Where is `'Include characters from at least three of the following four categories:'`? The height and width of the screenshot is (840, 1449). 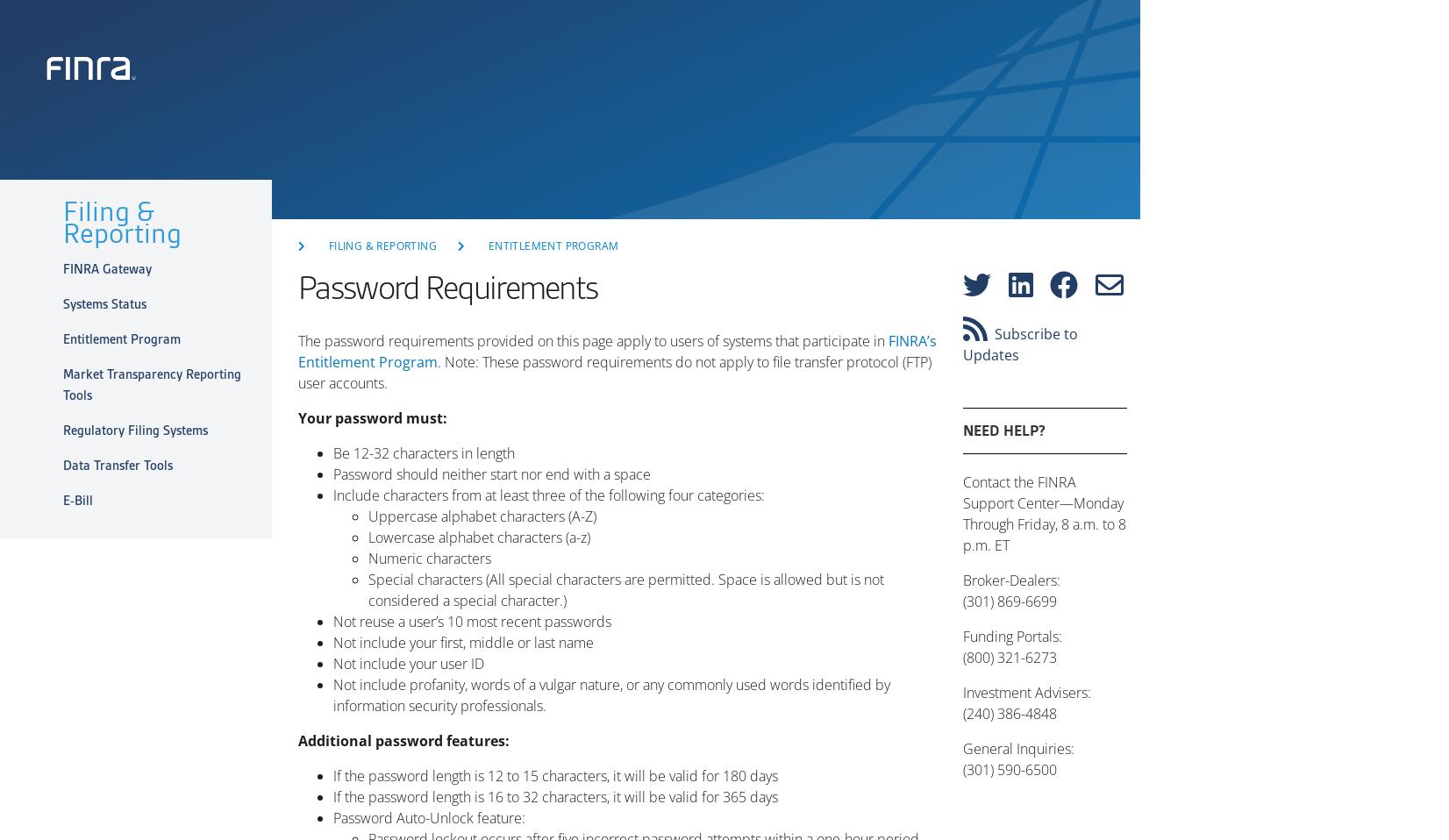
'Include characters from at least three of the following four categories:' is located at coordinates (548, 495).